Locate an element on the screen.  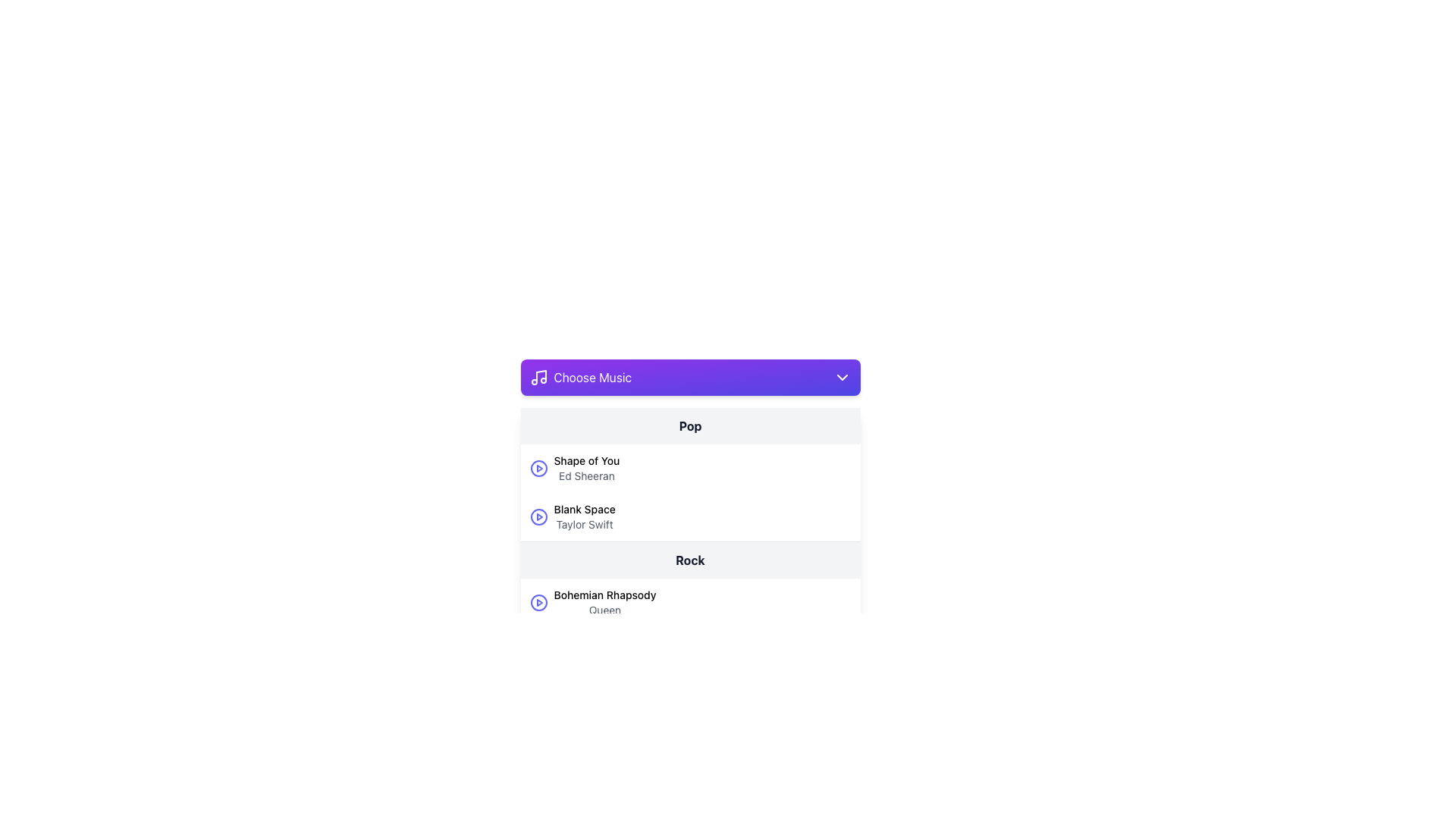
the text display that shows 'Shape of You' prominently at the top of the song list is located at coordinates (585, 460).